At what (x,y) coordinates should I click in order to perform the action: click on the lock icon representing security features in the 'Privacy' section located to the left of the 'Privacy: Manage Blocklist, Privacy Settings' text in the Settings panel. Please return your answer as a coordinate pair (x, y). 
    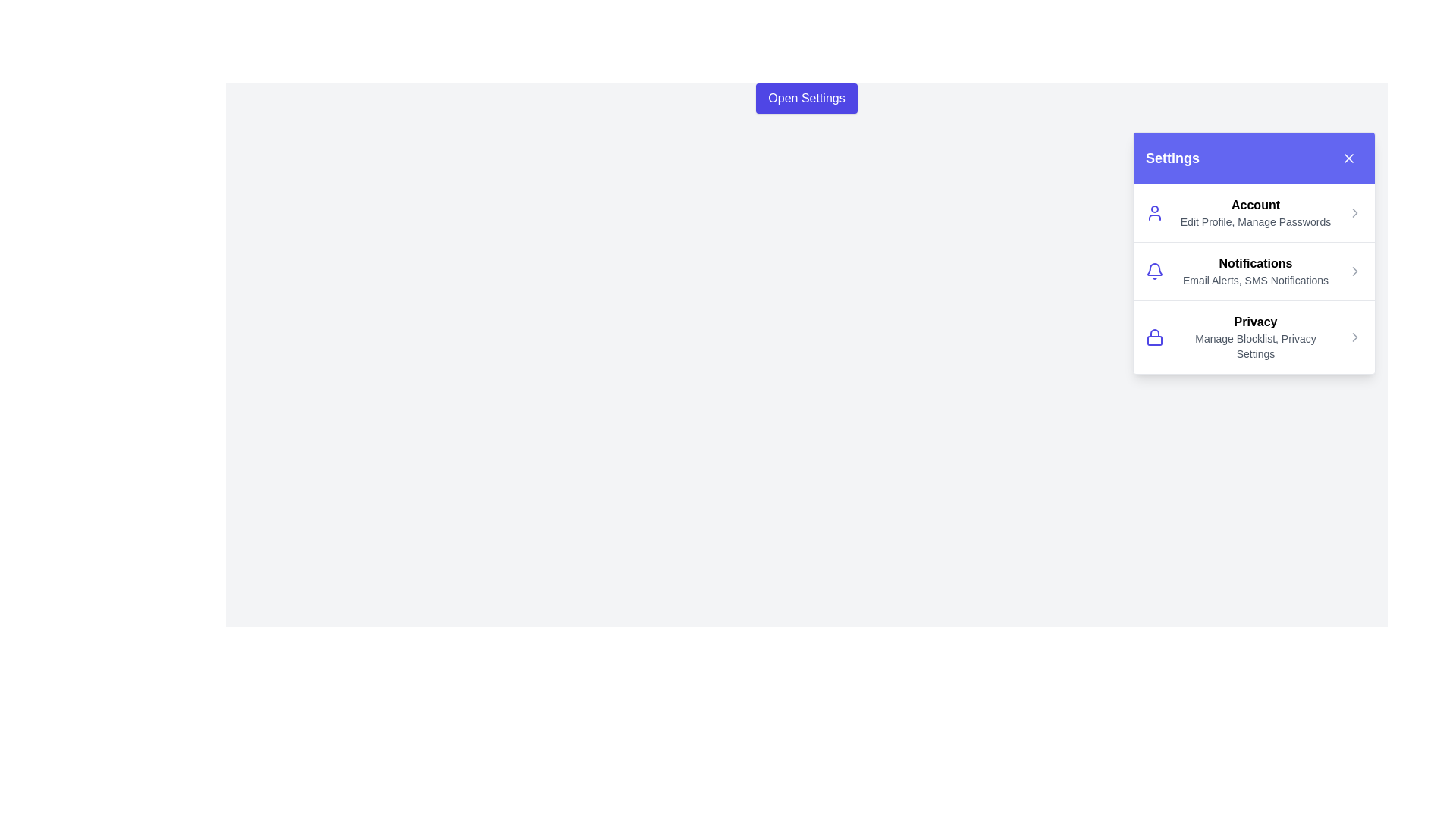
    Looking at the image, I should click on (1153, 336).